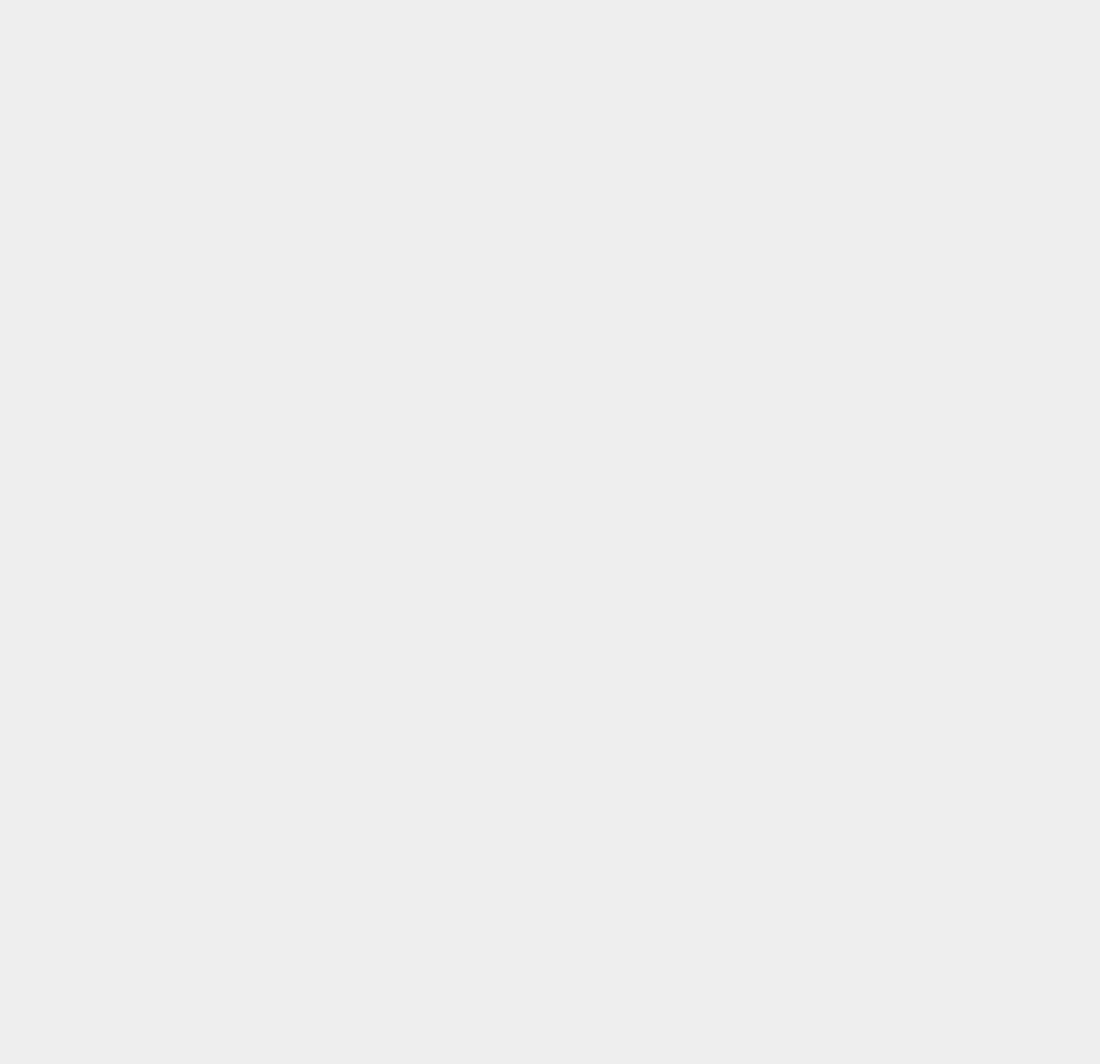 This screenshot has width=1100, height=1064. I want to click on 'h3lix', so click(792, 1030).